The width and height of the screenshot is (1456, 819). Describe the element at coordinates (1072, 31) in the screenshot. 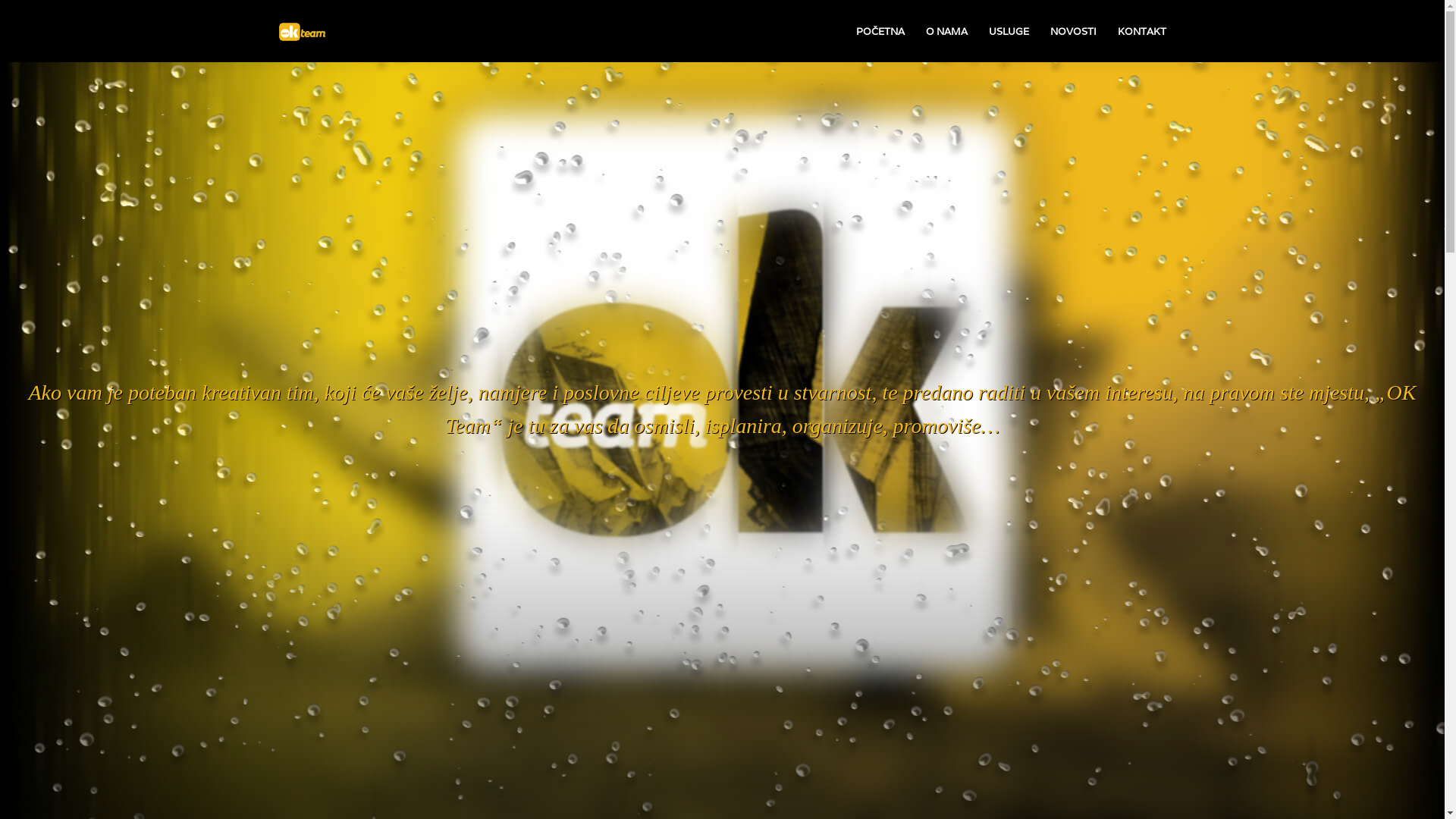

I see `'NOVOSTI'` at that location.